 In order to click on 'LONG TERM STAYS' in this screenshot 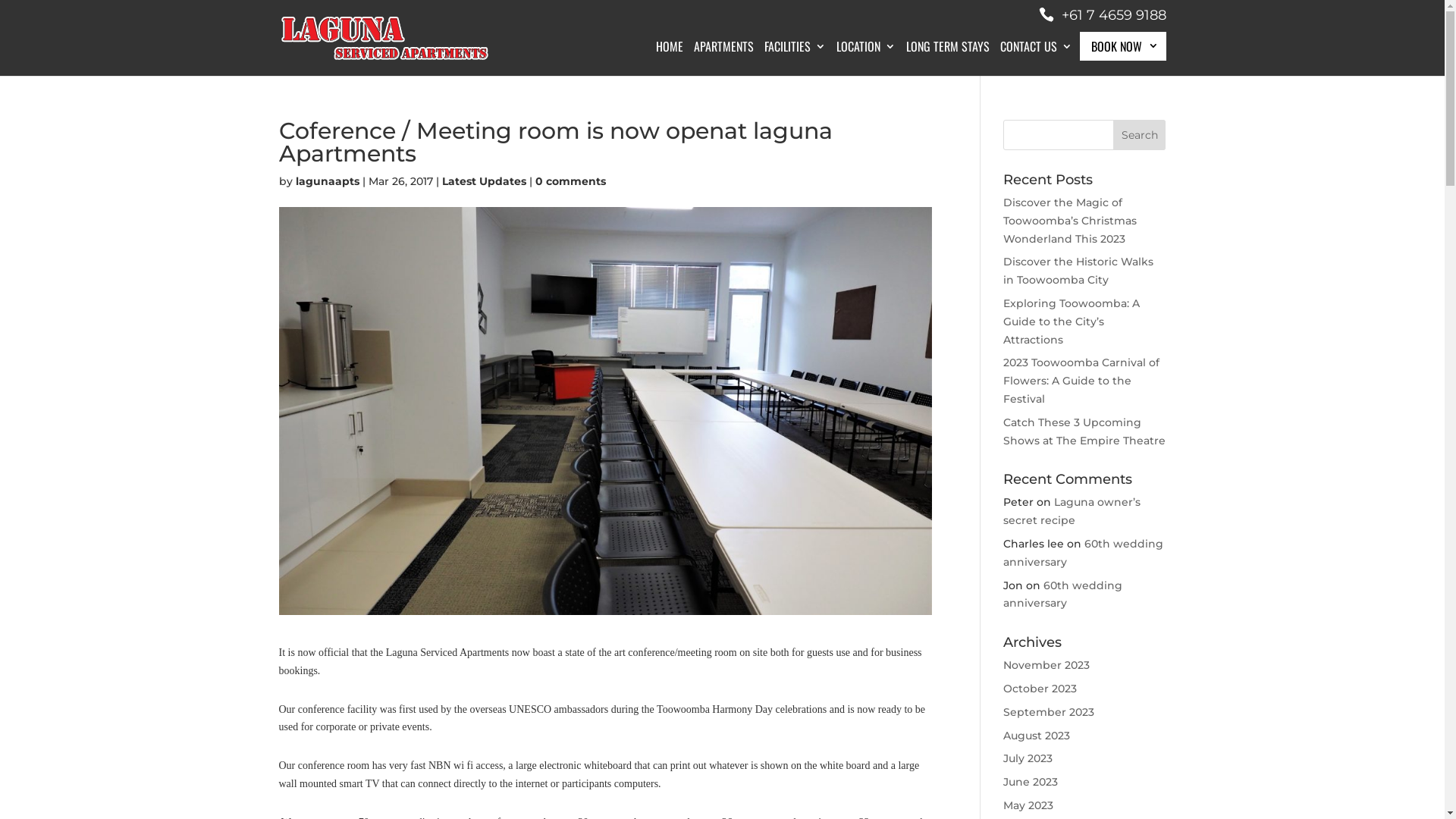, I will do `click(905, 58)`.